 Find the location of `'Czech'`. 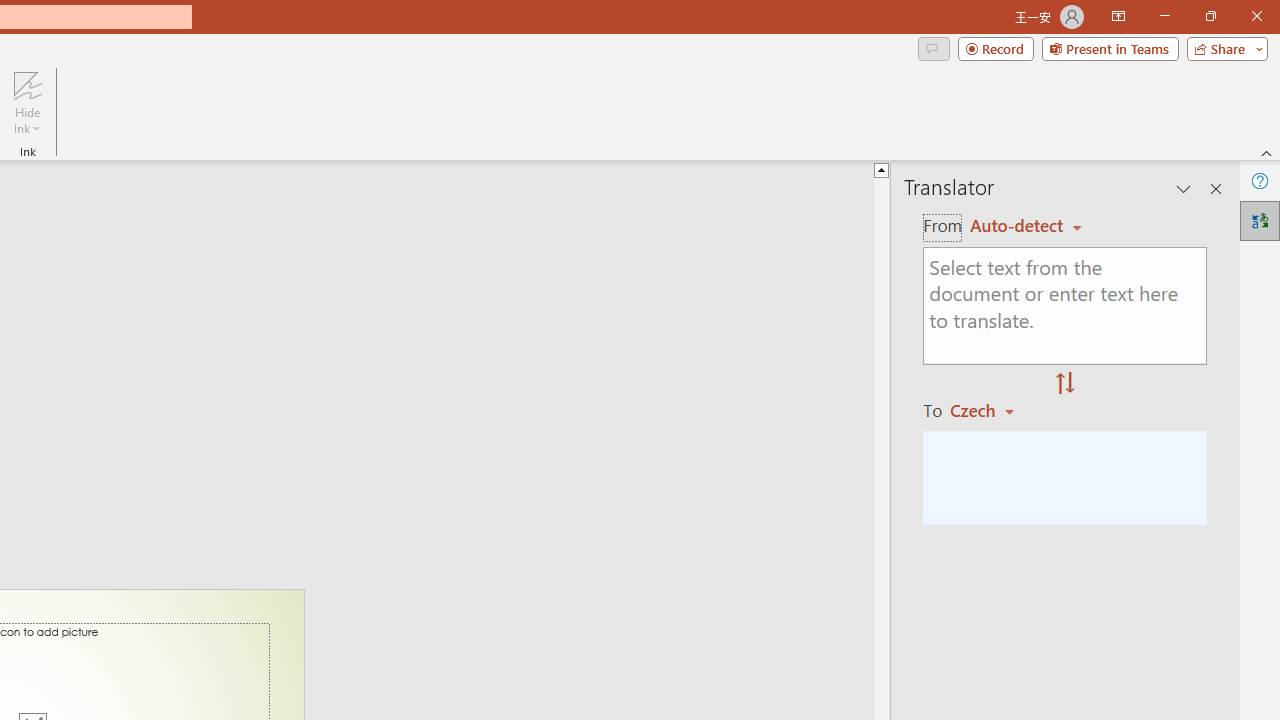

'Czech' is located at coordinates (991, 409).